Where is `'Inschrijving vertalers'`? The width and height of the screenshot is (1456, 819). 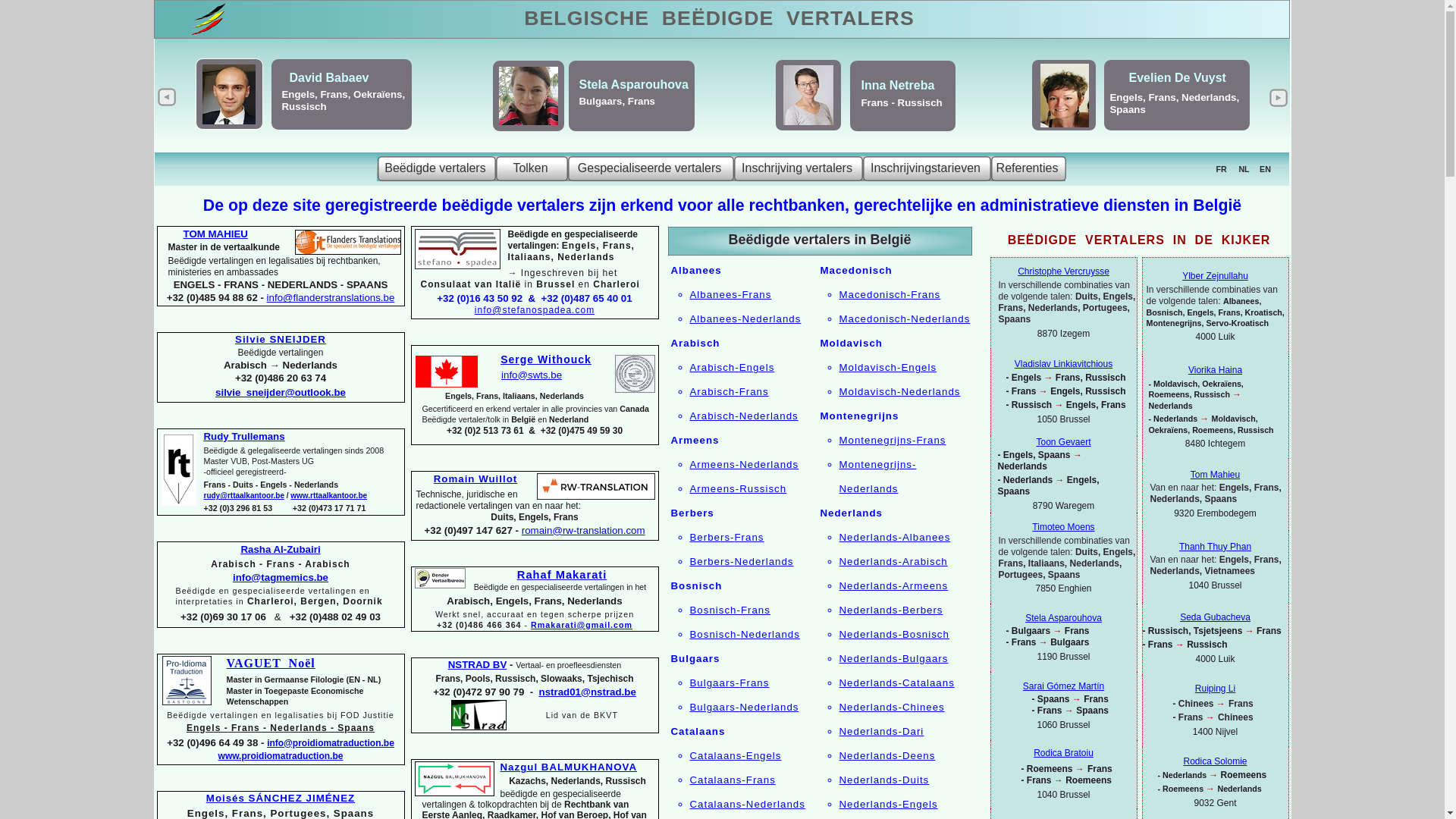
'Inschrijving vertalers' is located at coordinates (797, 168).